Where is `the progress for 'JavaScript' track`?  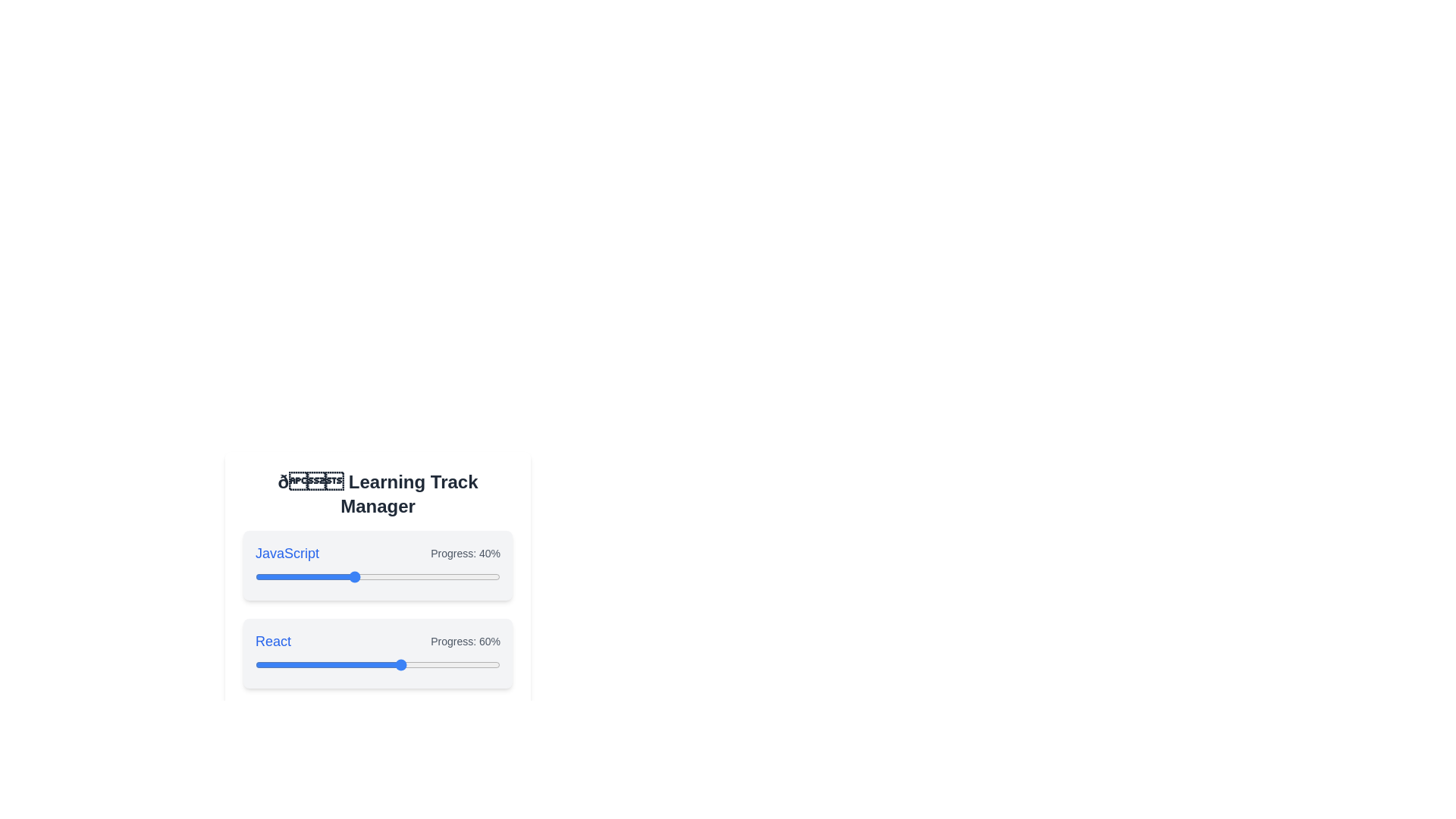 the progress for 'JavaScript' track is located at coordinates (290, 576).